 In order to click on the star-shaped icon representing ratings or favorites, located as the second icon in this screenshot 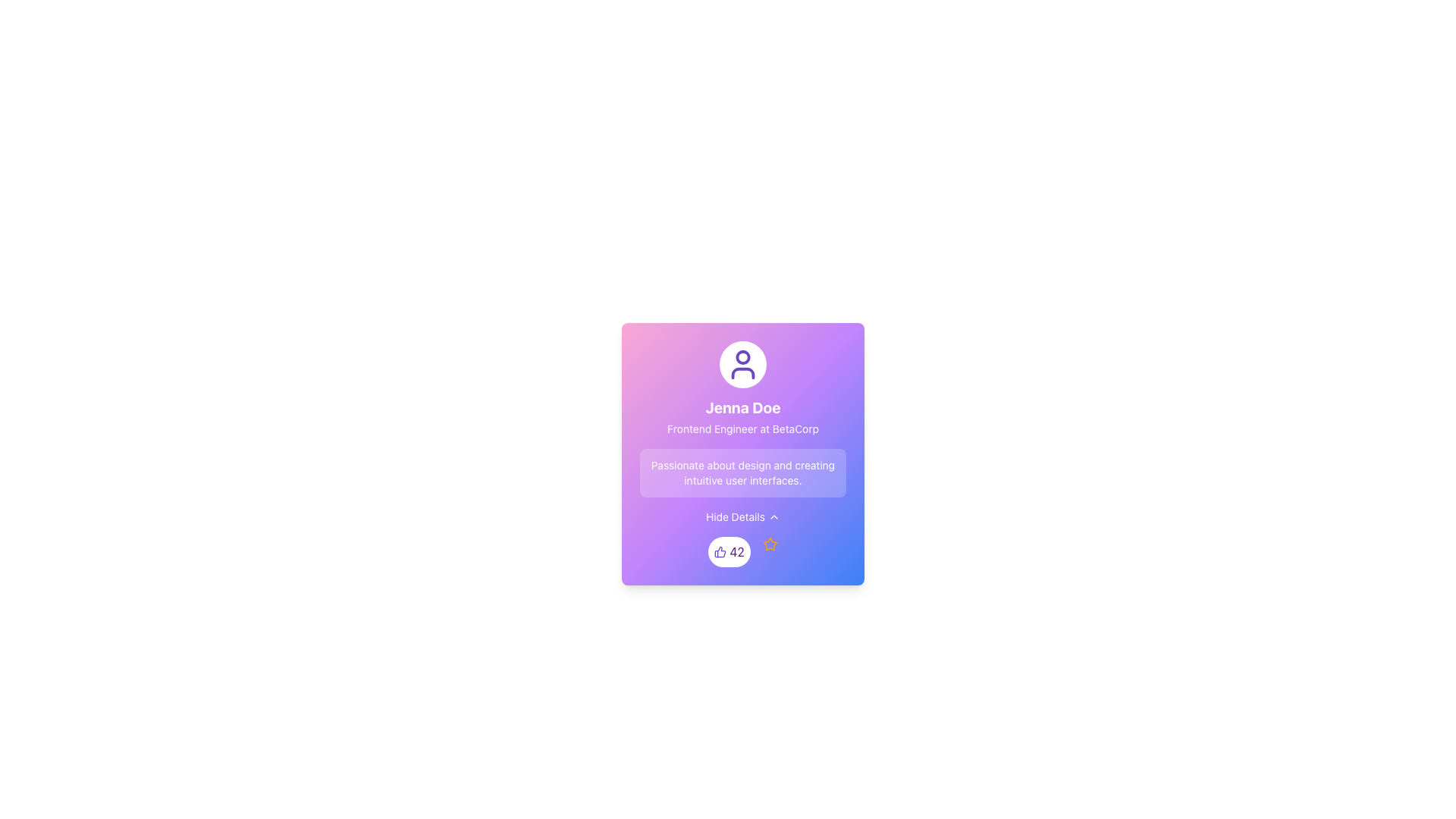, I will do `click(770, 543)`.